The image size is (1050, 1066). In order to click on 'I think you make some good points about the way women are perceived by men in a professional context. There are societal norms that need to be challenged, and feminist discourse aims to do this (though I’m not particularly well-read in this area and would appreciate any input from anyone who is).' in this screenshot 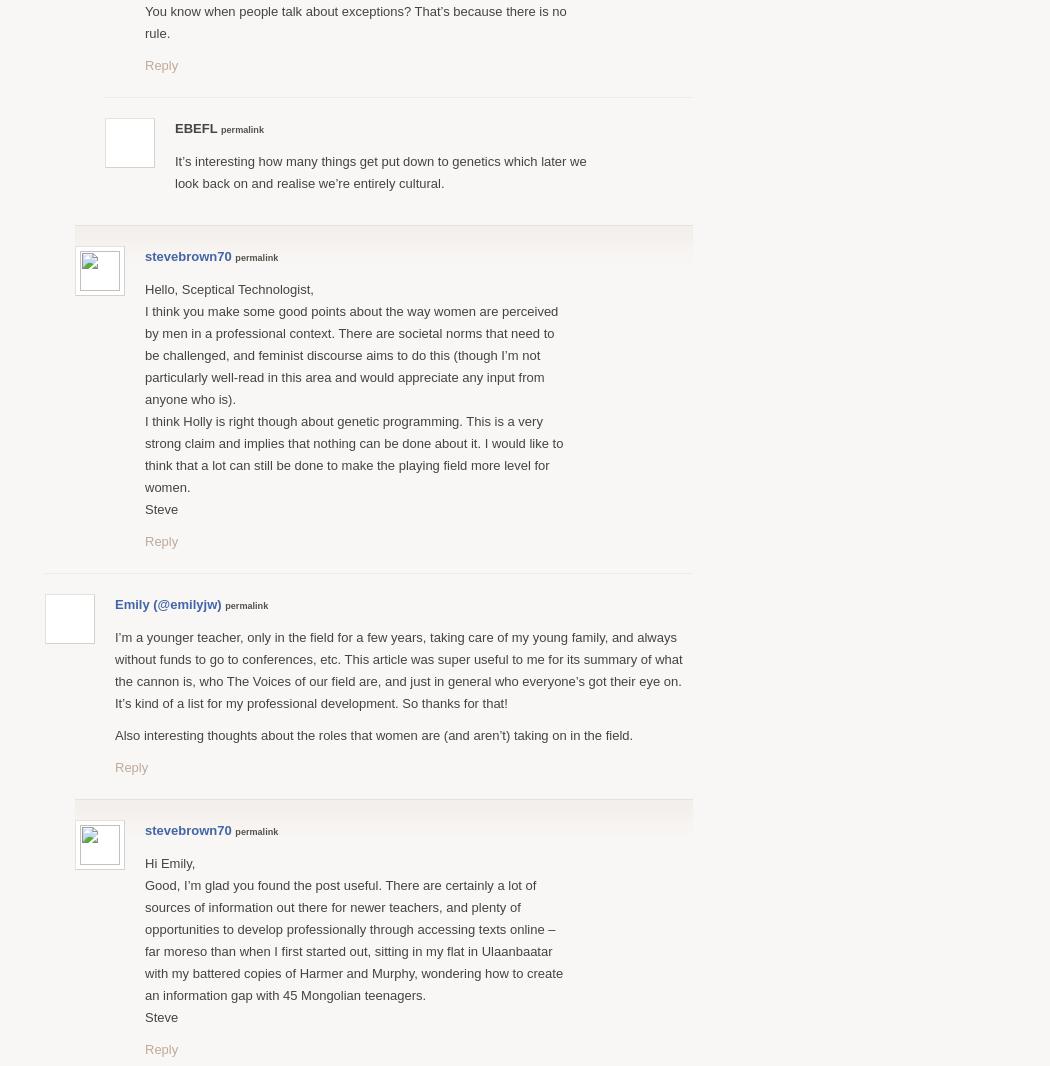, I will do `click(350, 354)`.